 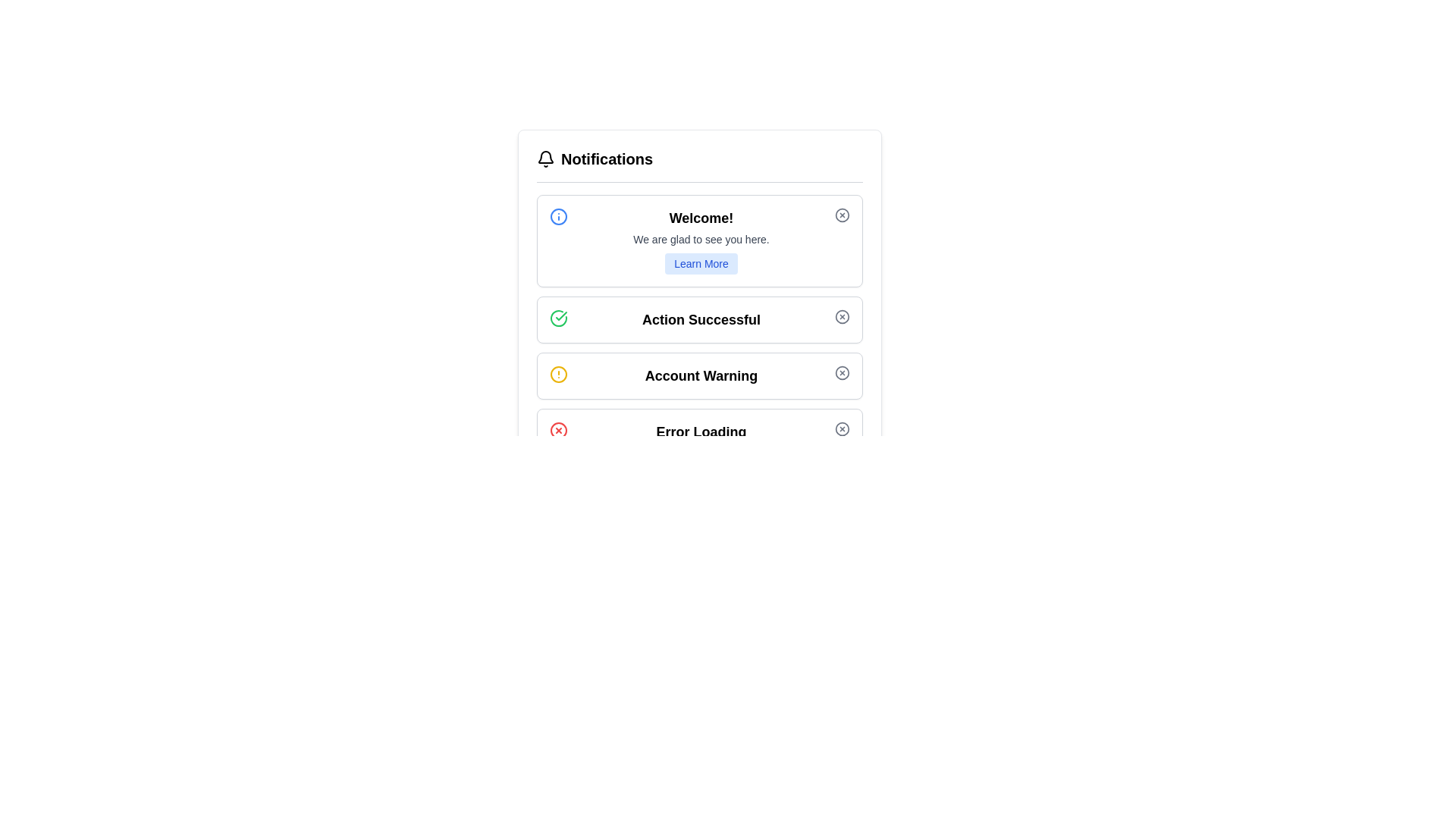 What do you see at coordinates (841, 429) in the screenshot?
I see `the small circular SVG graphic icon that serves as a dismiss button in the 'Error Loading' notification entry` at bounding box center [841, 429].